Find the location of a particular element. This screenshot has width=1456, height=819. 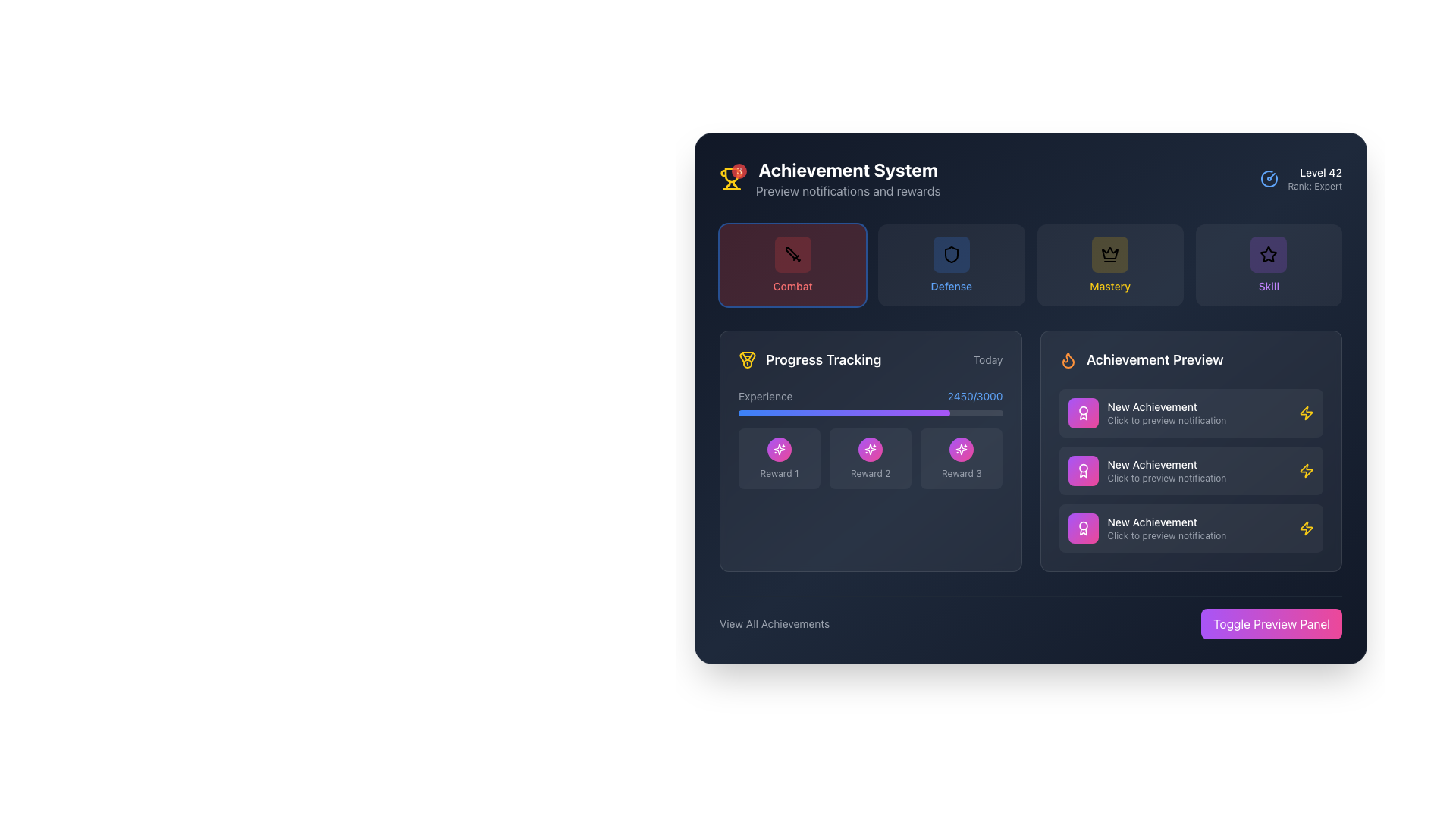

the Header indicating progress tracking status and current date is located at coordinates (871, 359).